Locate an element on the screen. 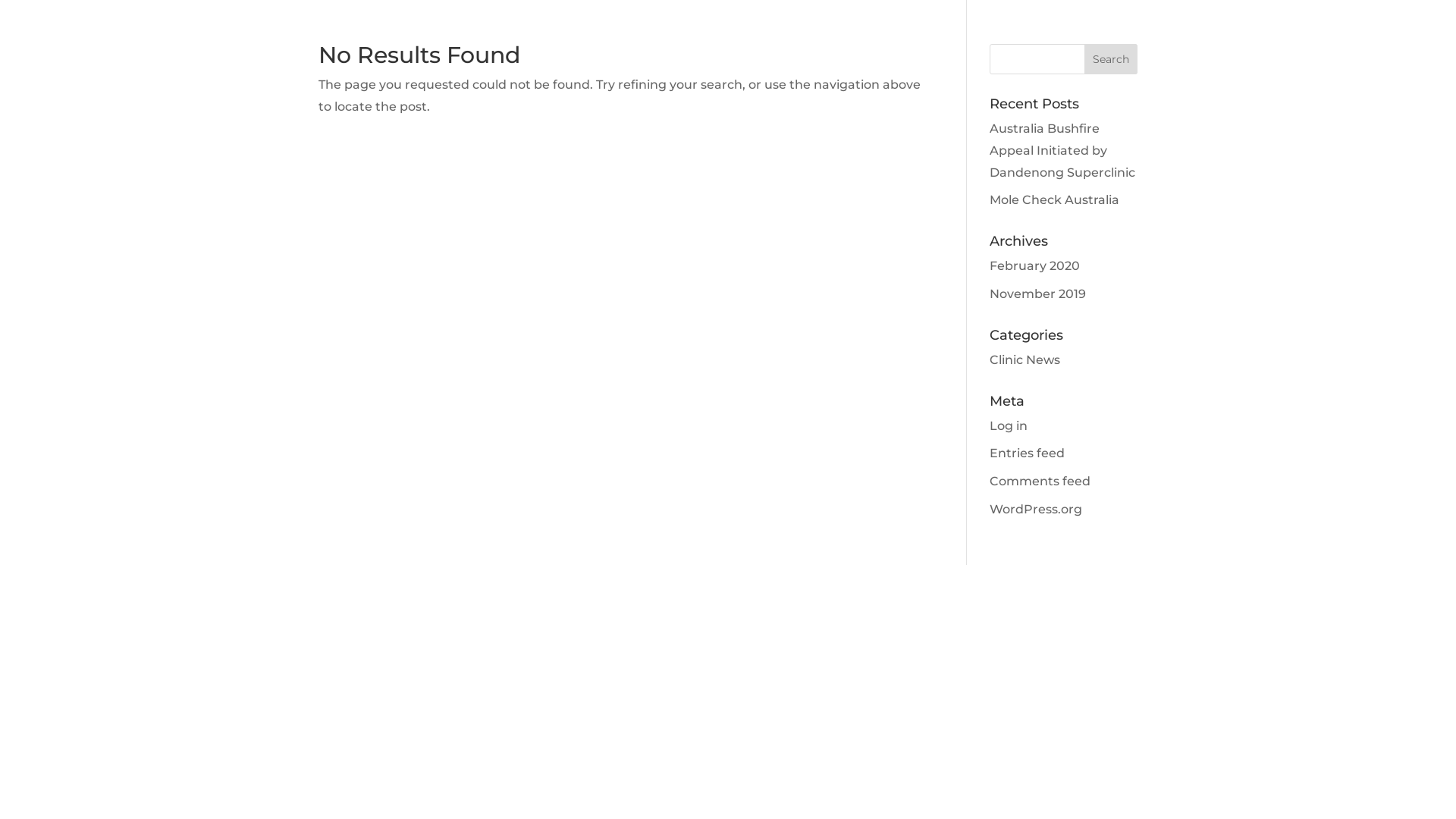 The image size is (1456, 819). 'WordPress.org' is located at coordinates (1035, 509).